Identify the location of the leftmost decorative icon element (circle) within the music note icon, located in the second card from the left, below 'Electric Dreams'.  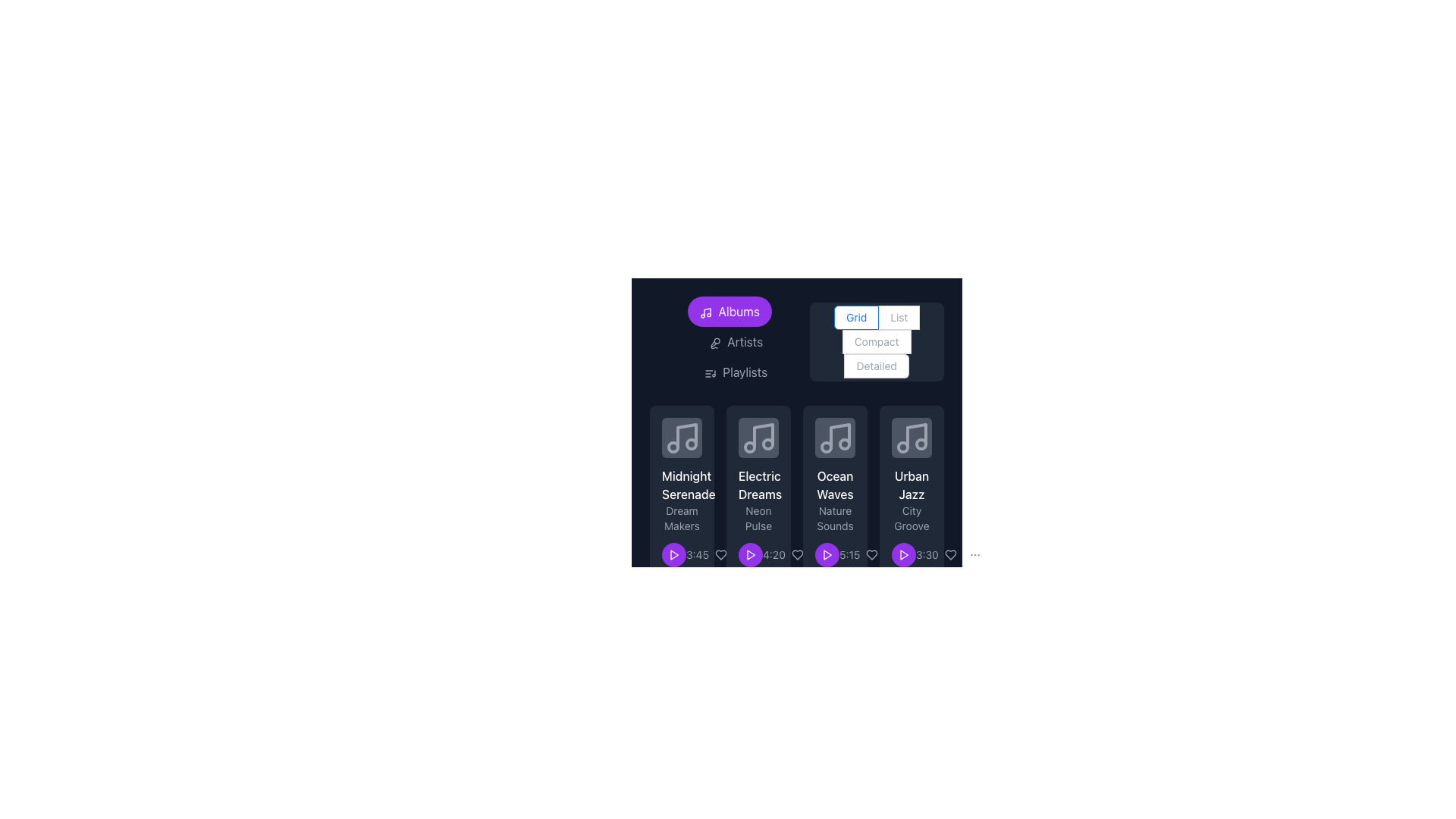
(749, 446).